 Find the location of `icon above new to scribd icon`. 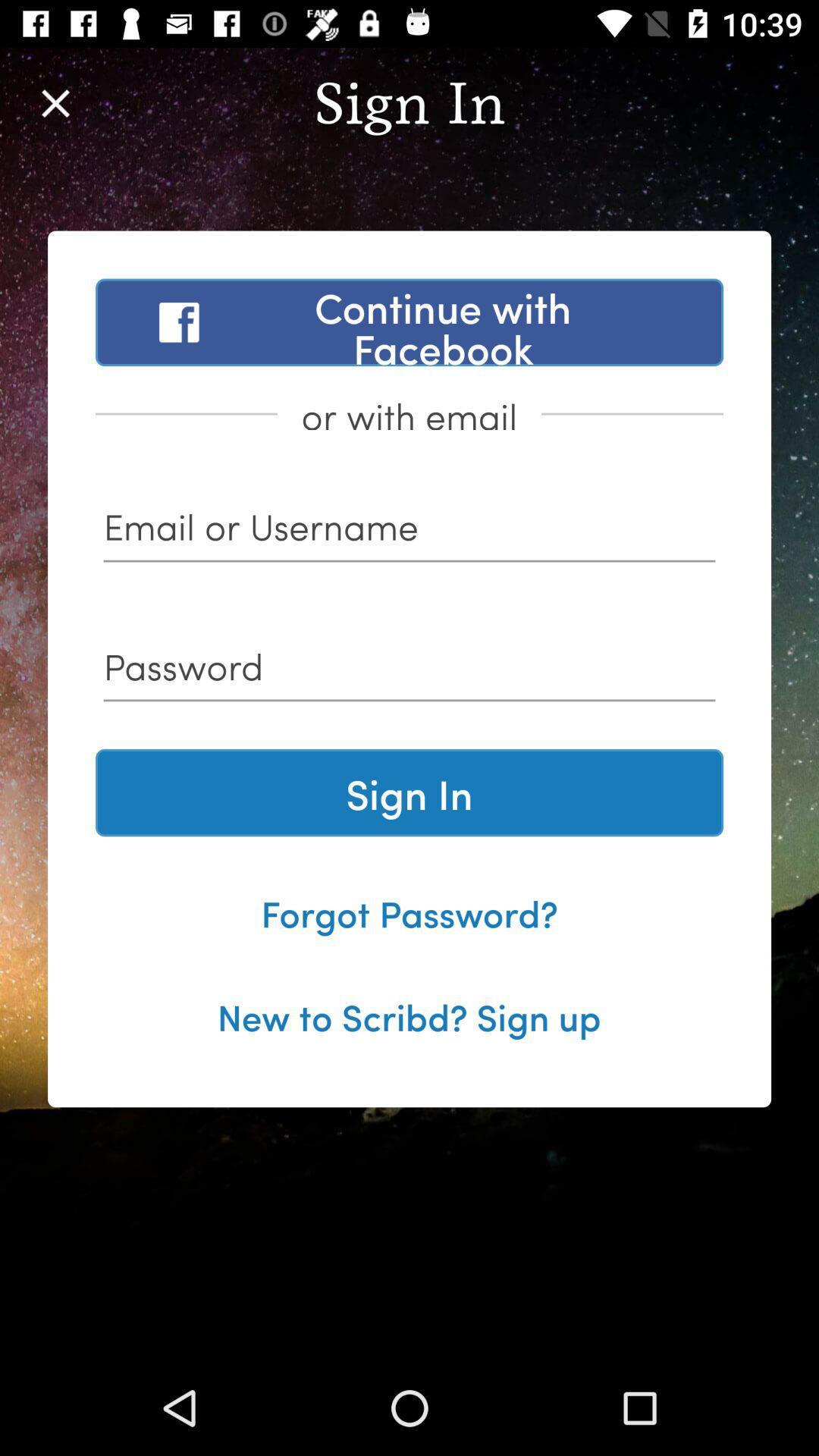

icon above new to scribd icon is located at coordinates (409, 912).